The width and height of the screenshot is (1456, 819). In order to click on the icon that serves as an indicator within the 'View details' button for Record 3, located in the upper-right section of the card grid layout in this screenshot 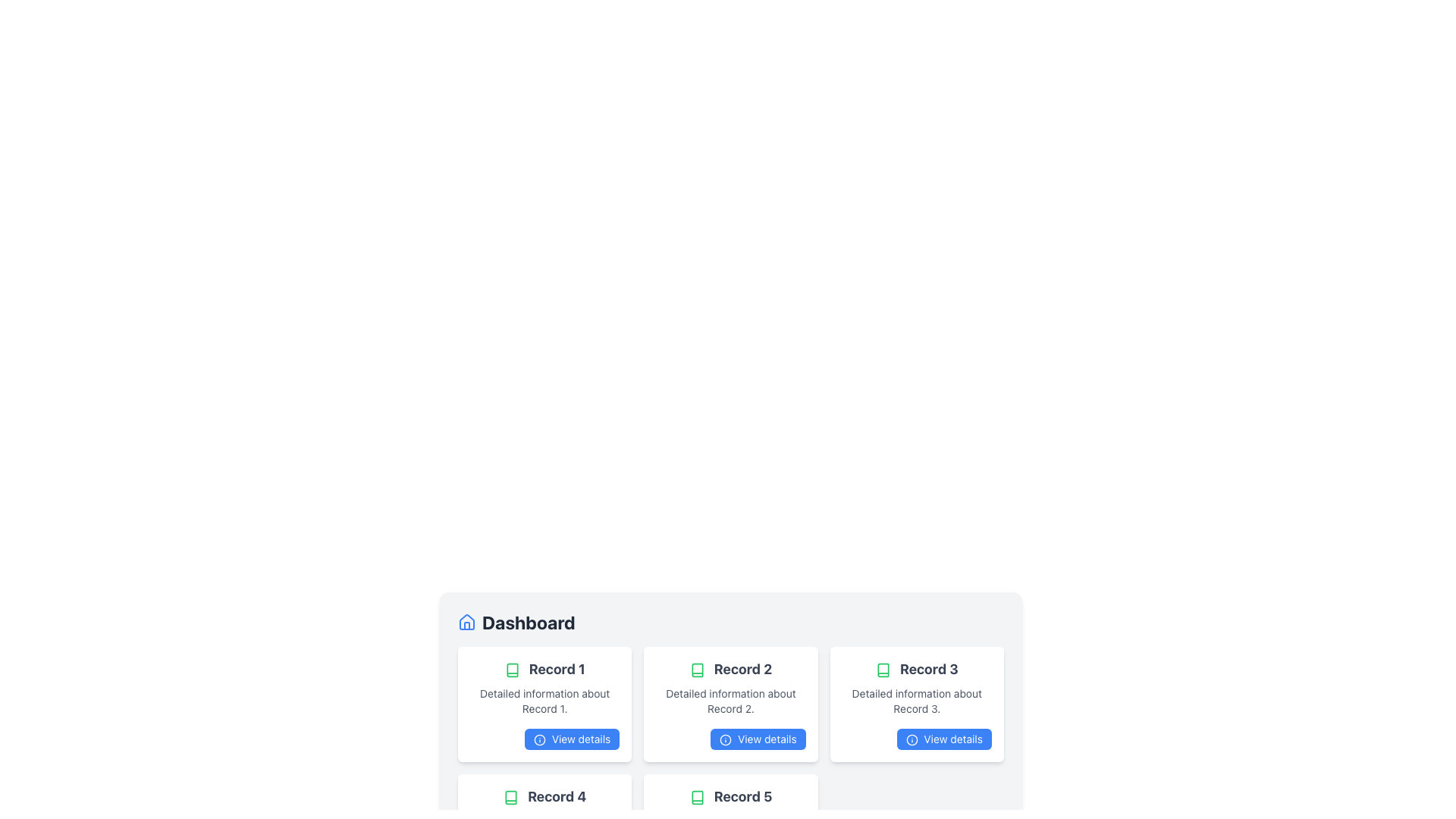, I will do `click(911, 739)`.